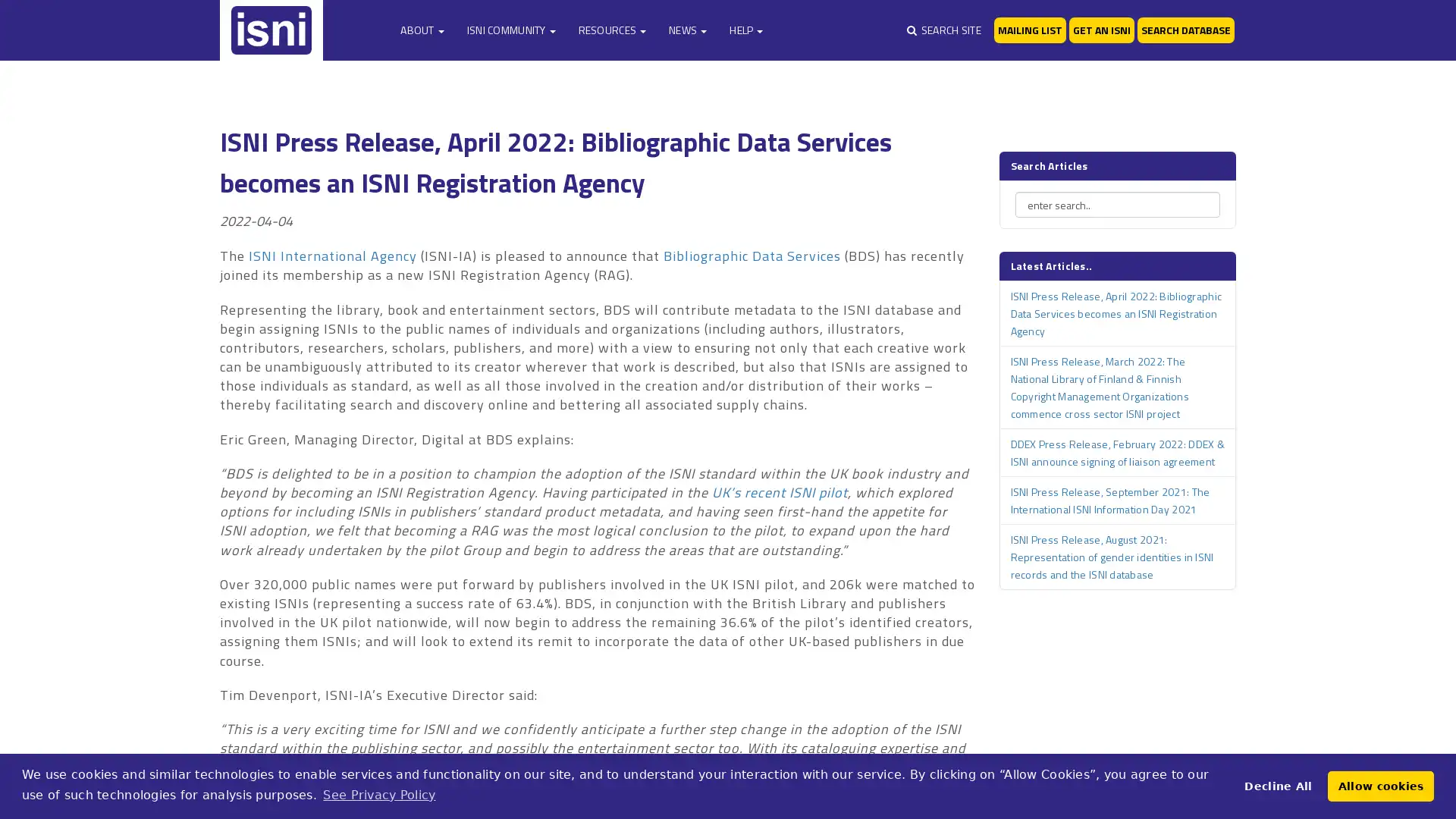 Image resolution: width=1456 pixels, height=819 pixels. I want to click on learn more about cookies, so click(378, 794).